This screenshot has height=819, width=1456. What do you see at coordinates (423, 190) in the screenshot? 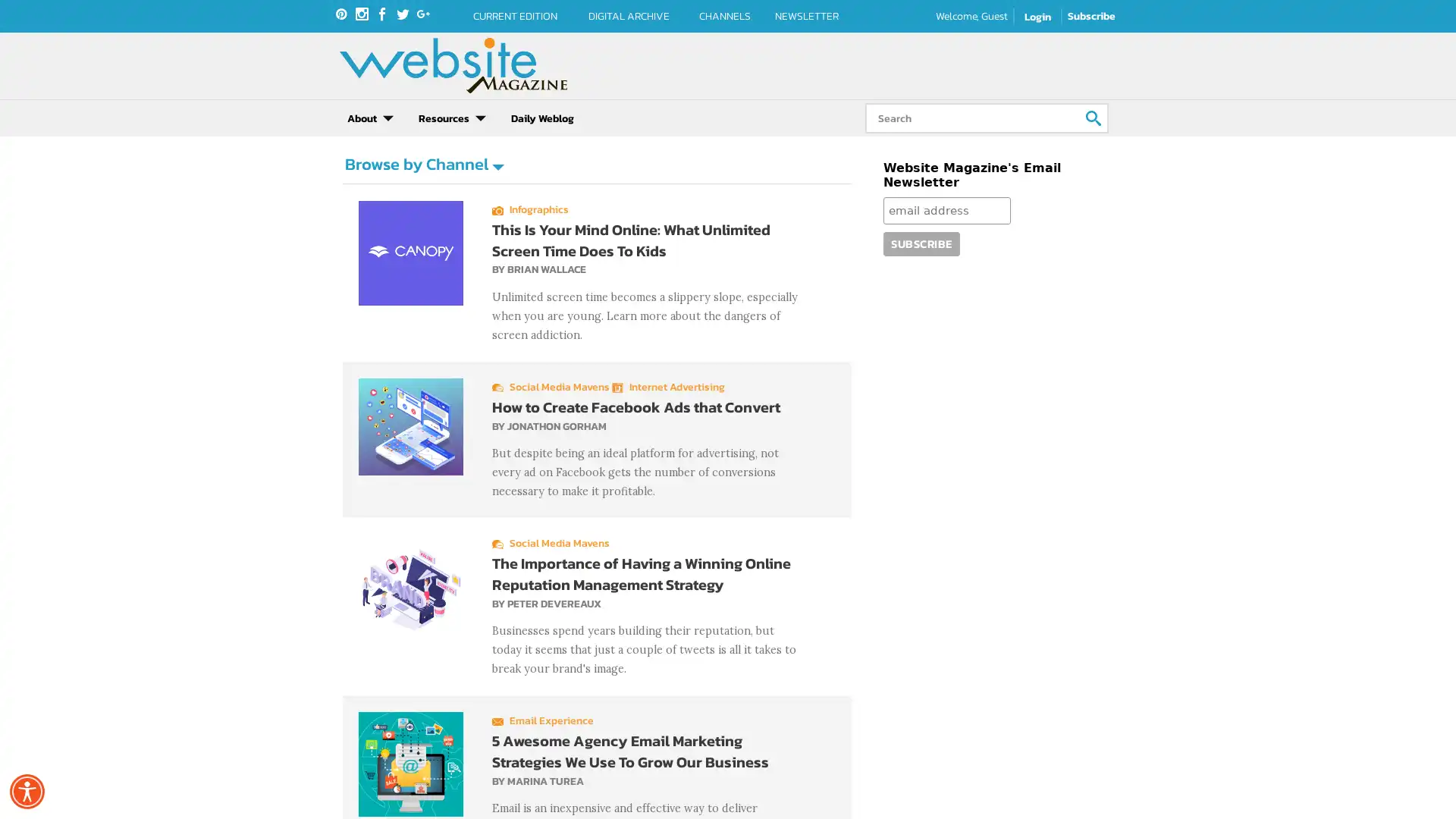
I see `Browse by Channel` at bounding box center [423, 190].